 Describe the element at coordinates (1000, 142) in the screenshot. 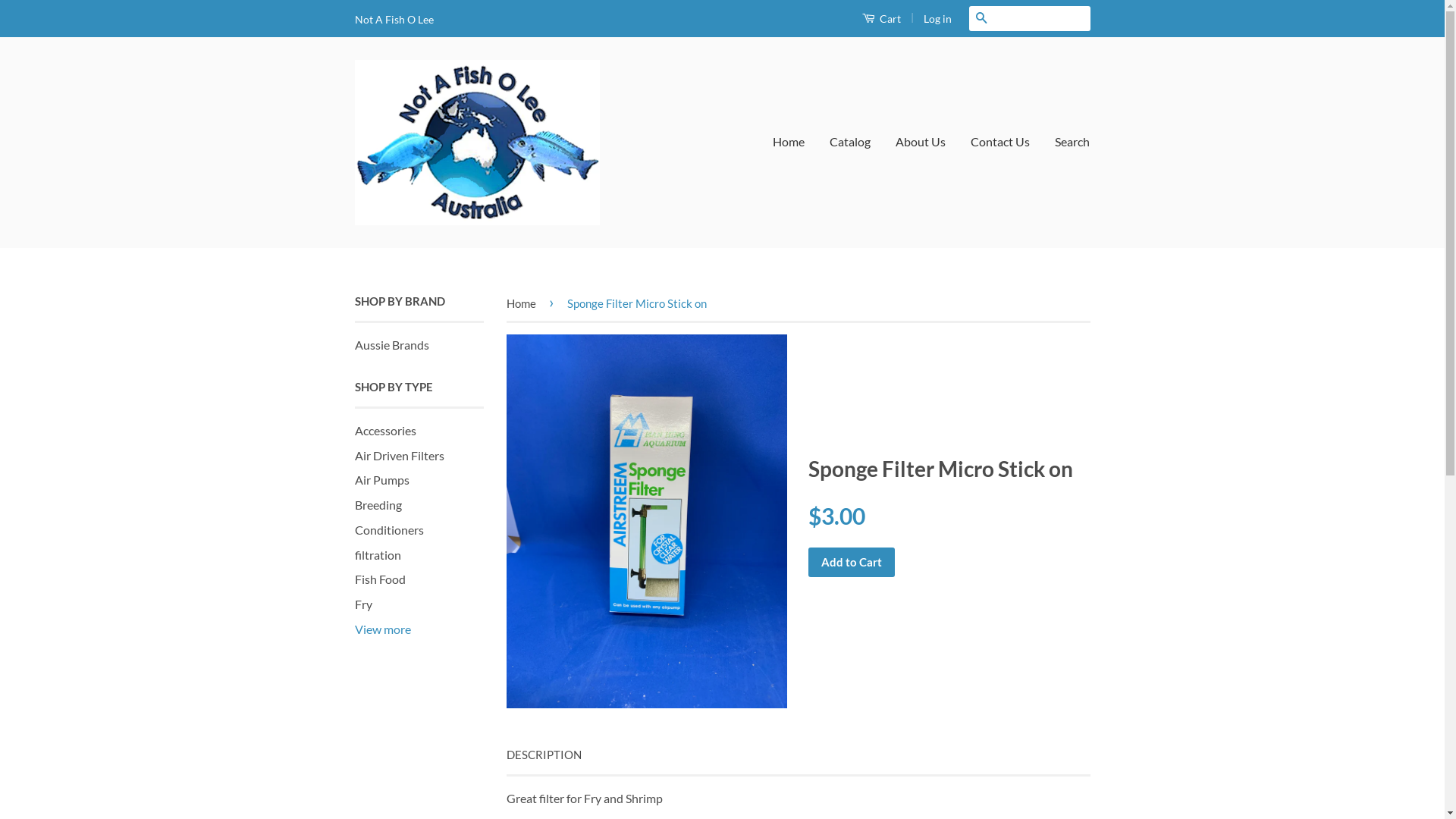

I see `'Contact Us'` at that location.